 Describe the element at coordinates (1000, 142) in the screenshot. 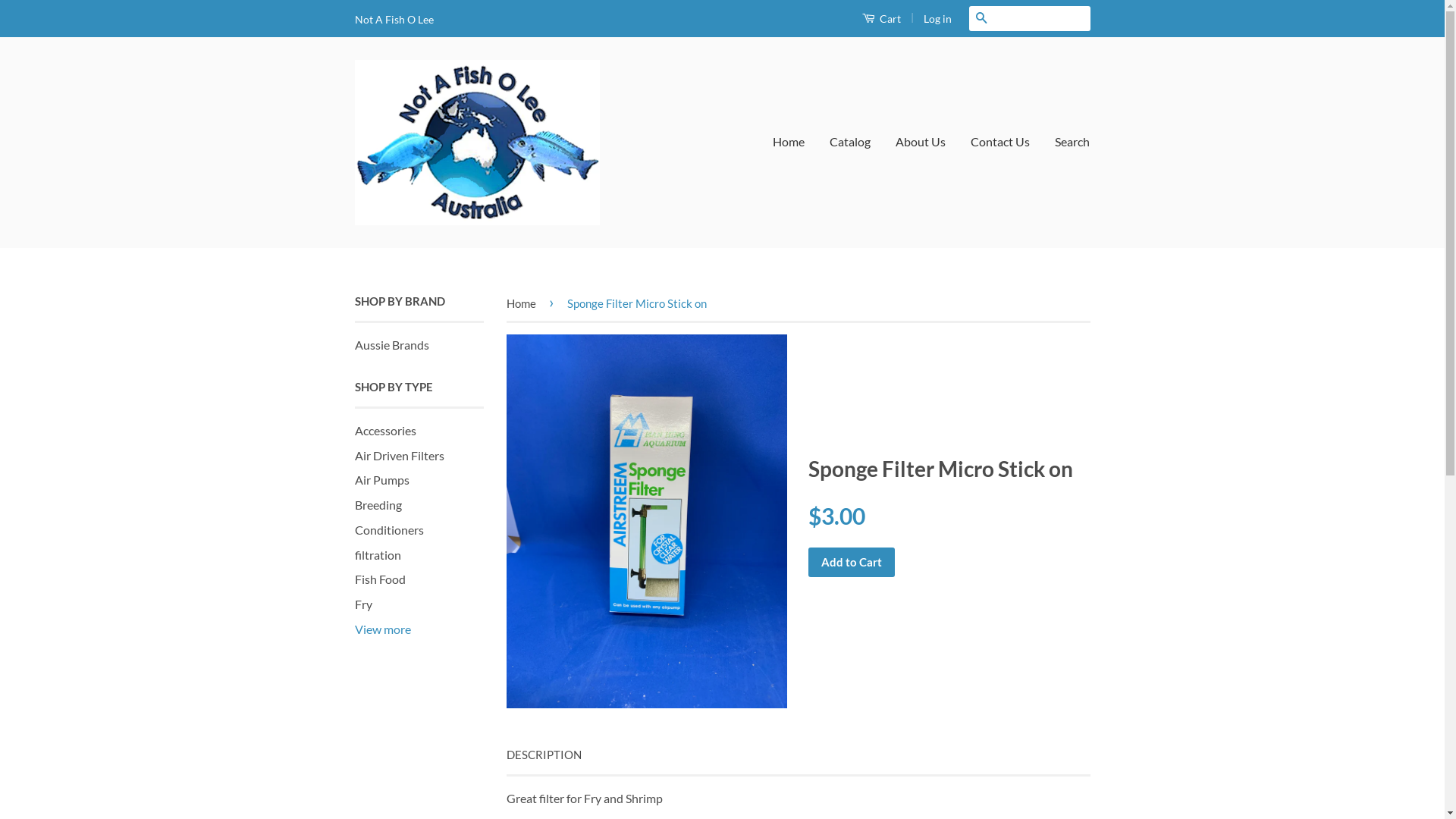

I see `'Contact Us'` at that location.